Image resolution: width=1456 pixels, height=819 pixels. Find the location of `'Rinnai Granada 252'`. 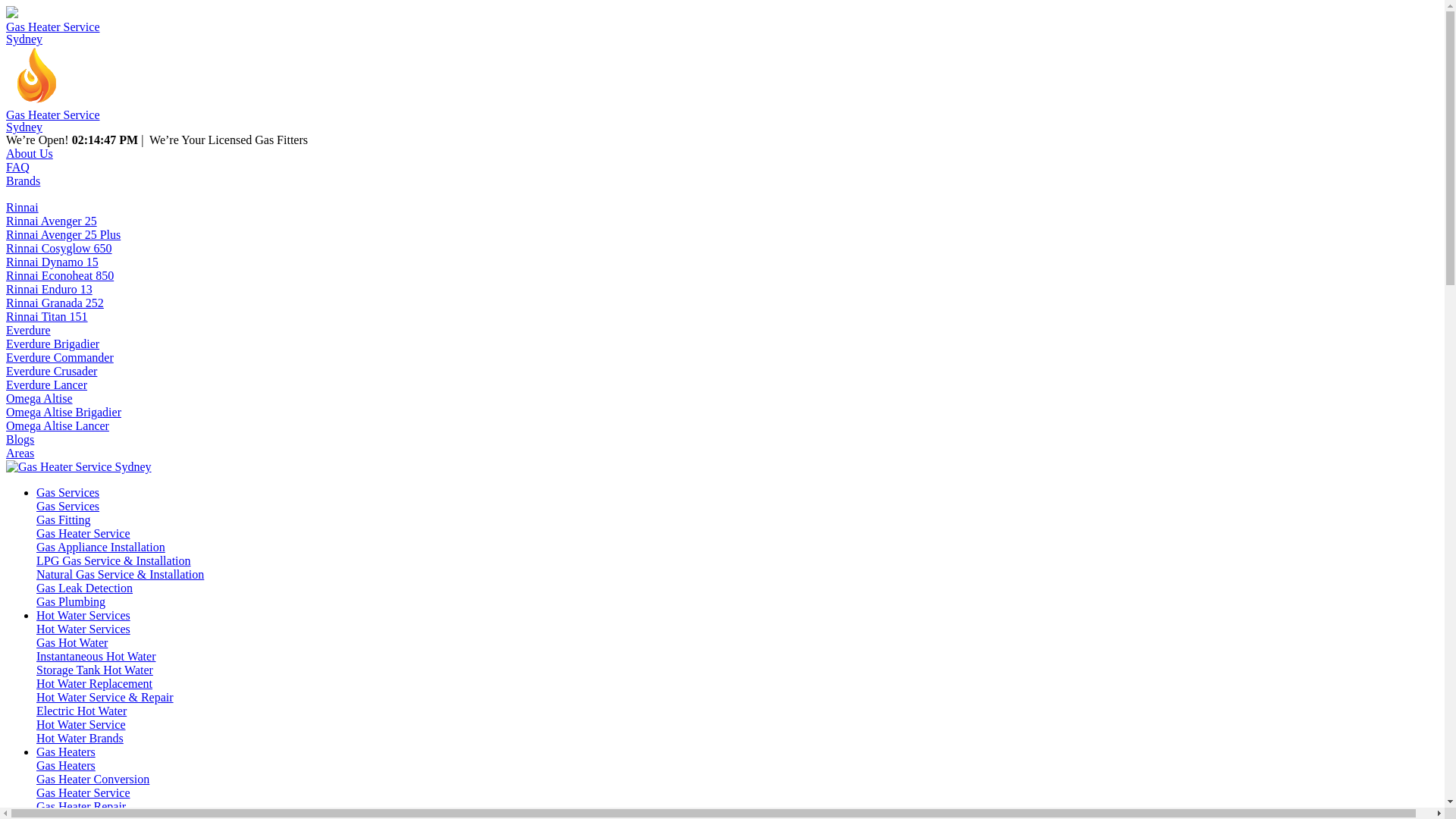

'Rinnai Granada 252' is located at coordinates (55, 303).